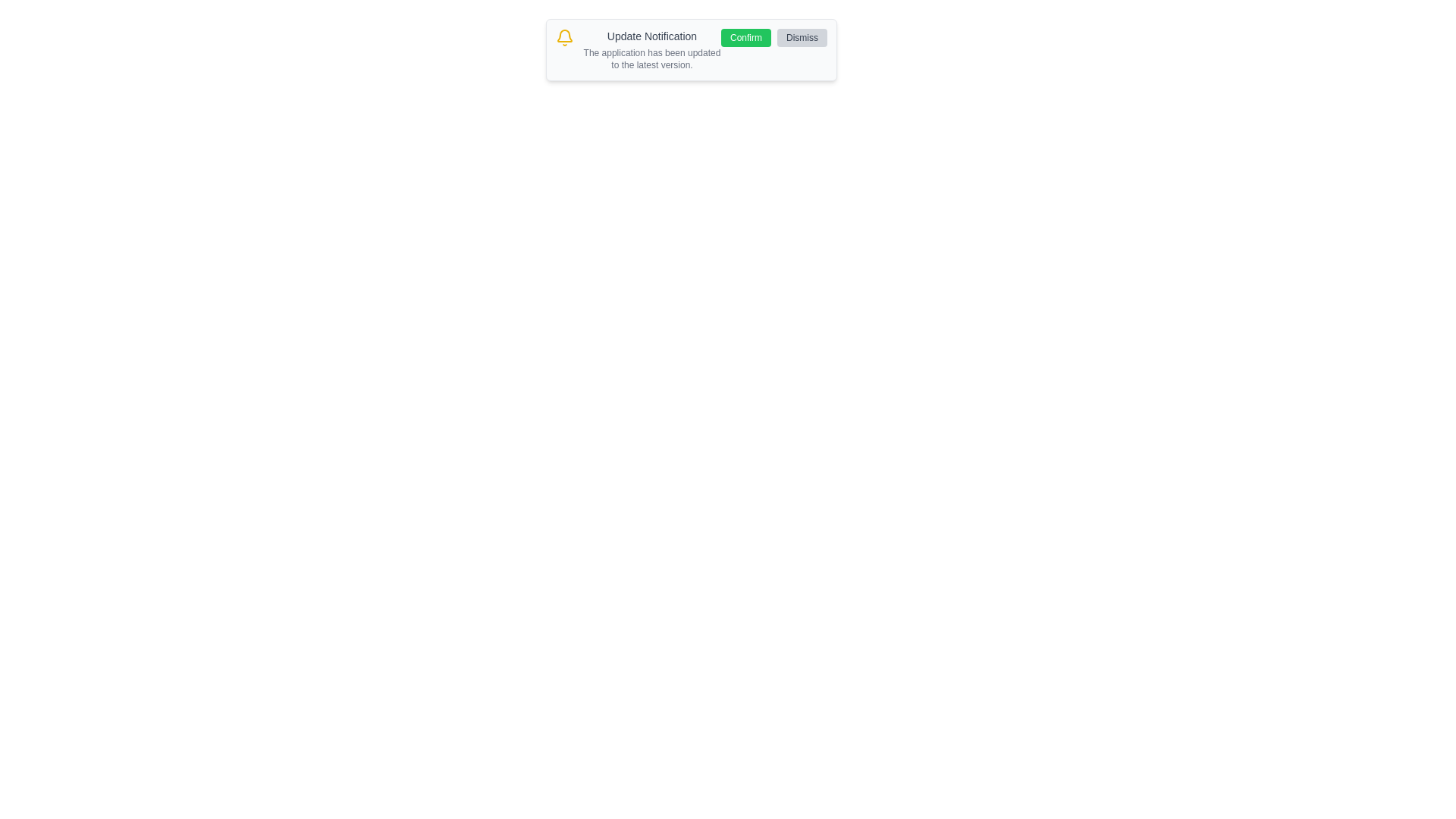 This screenshot has width=1456, height=819. I want to click on text content of the text label displaying 'The application has been updated to the latest version.' located beneath the 'Update Notification' header, so click(651, 58).